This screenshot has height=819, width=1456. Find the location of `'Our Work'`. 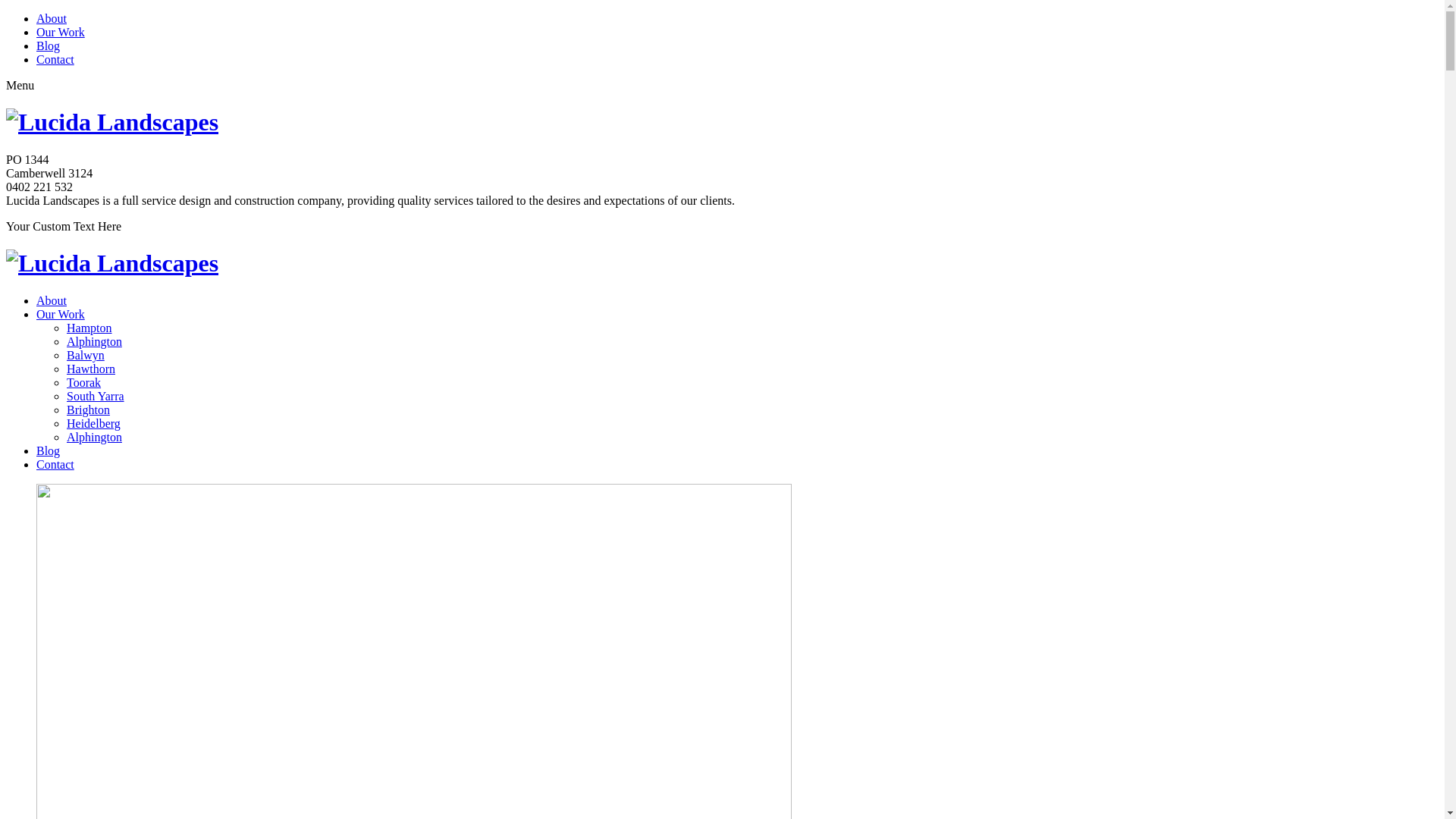

'Our Work' is located at coordinates (61, 313).